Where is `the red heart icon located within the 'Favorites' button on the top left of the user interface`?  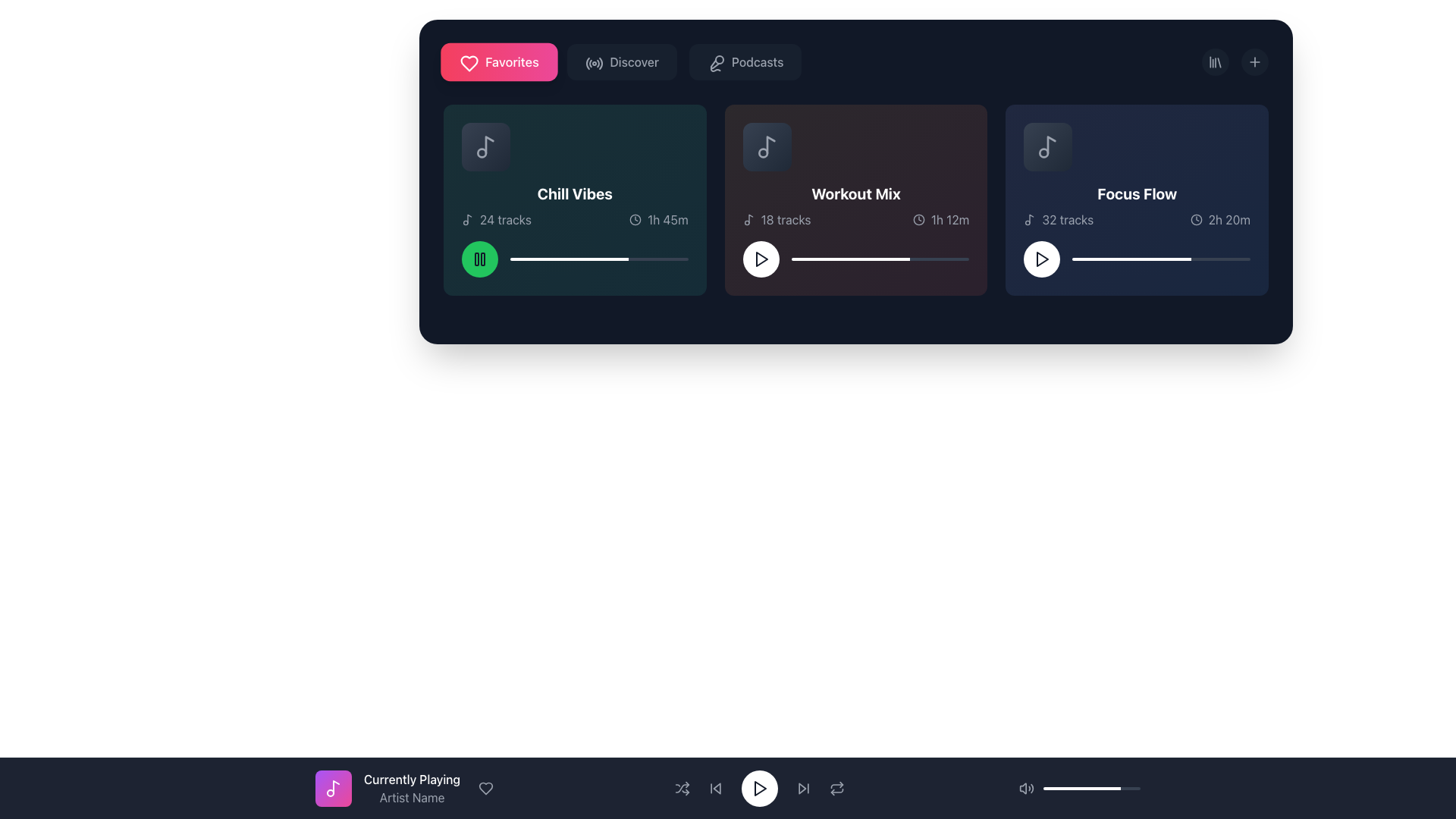 the red heart icon located within the 'Favorites' button on the top left of the user interface is located at coordinates (469, 63).